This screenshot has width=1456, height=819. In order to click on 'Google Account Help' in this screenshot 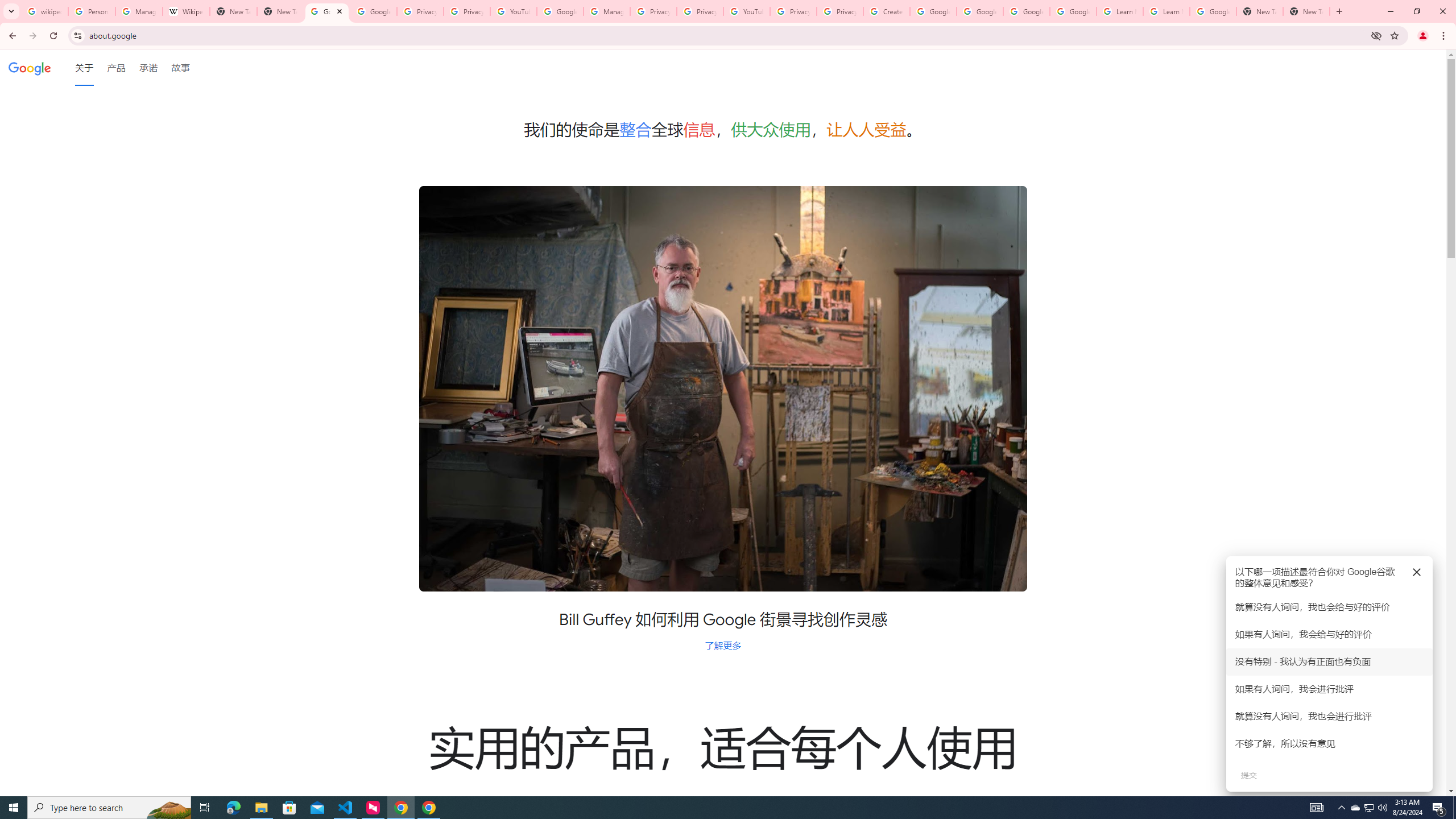, I will do `click(1027, 11)`.